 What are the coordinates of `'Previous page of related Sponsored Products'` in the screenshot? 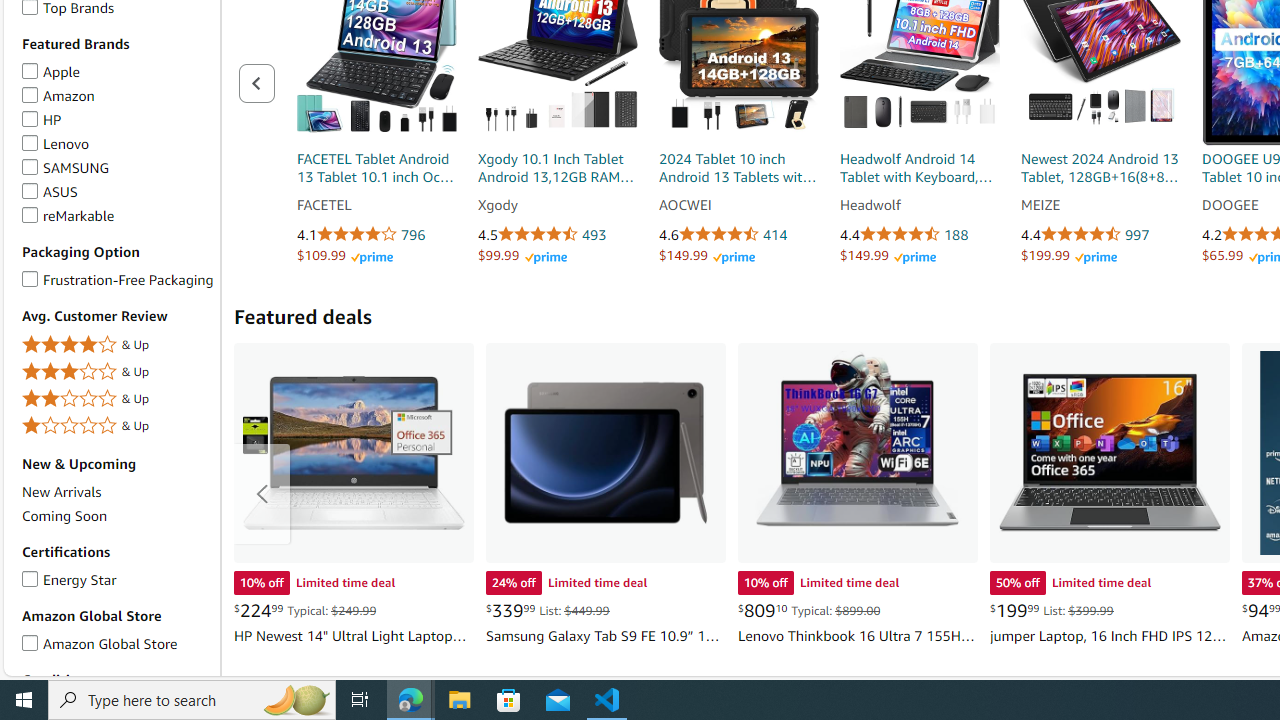 It's located at (256, 82).